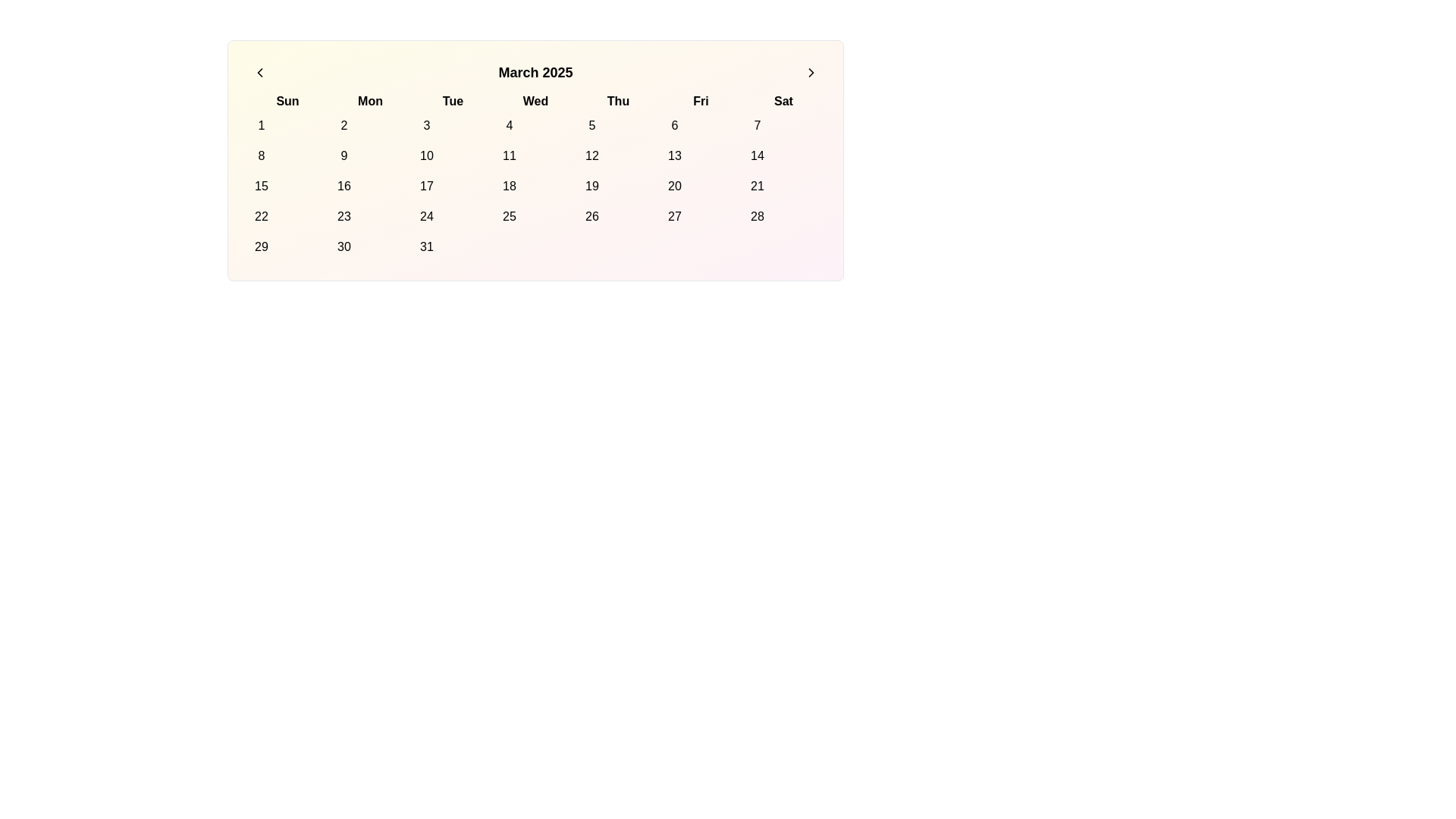 Image resolution: width=1456 pixels, height=819 pixels. What do you see at coordinates (673, 216) in the screenshot?
I see `the selectable day button for the 27th in the calendar view` at bounding box center [673, 216].